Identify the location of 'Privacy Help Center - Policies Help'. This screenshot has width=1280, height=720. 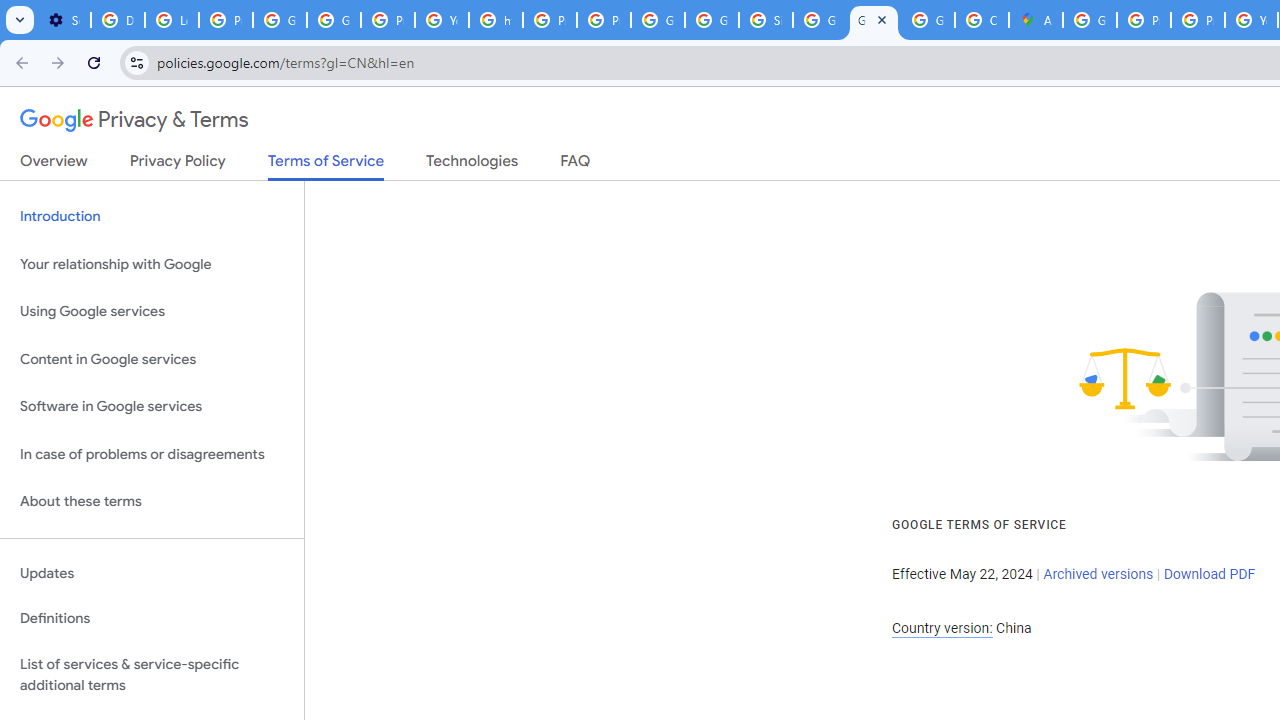
(1198, 20).